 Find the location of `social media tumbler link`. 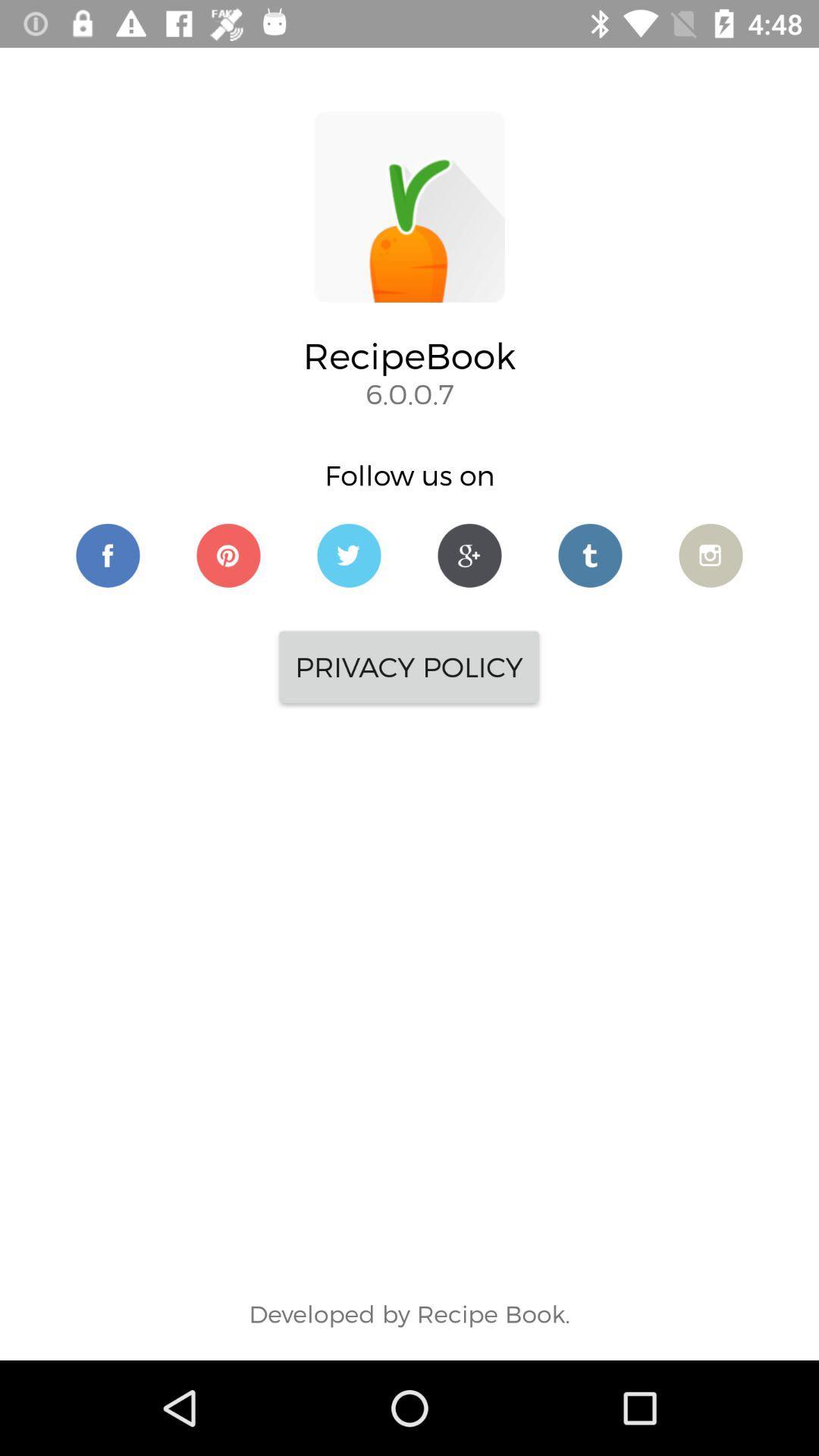

social media tumbler link is located at coordinates (589, 554).